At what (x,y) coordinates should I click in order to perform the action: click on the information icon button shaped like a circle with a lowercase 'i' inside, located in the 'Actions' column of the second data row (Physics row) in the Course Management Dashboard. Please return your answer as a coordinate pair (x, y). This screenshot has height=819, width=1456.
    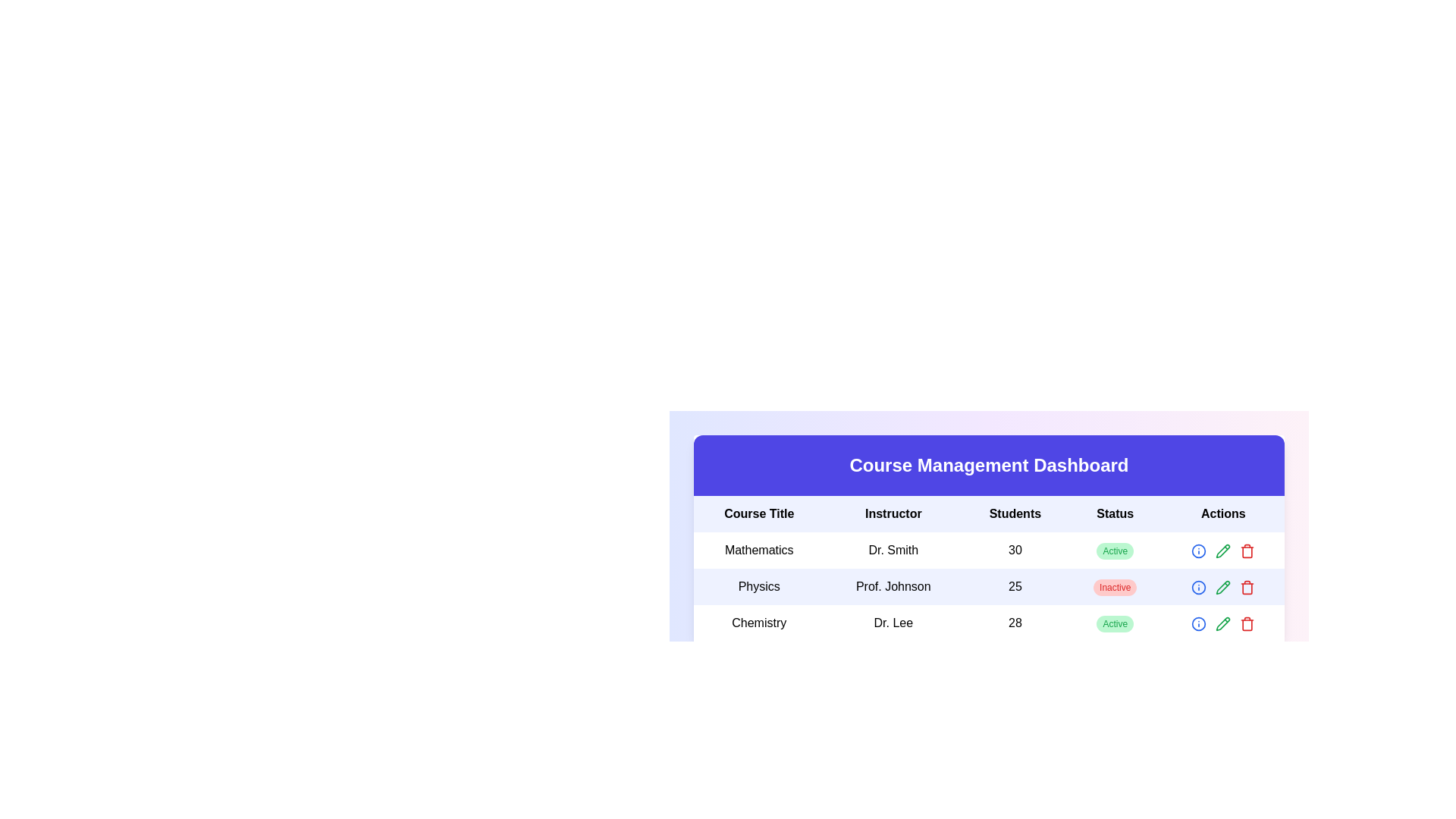
    Looking at the image, I should click on (1198, 586).